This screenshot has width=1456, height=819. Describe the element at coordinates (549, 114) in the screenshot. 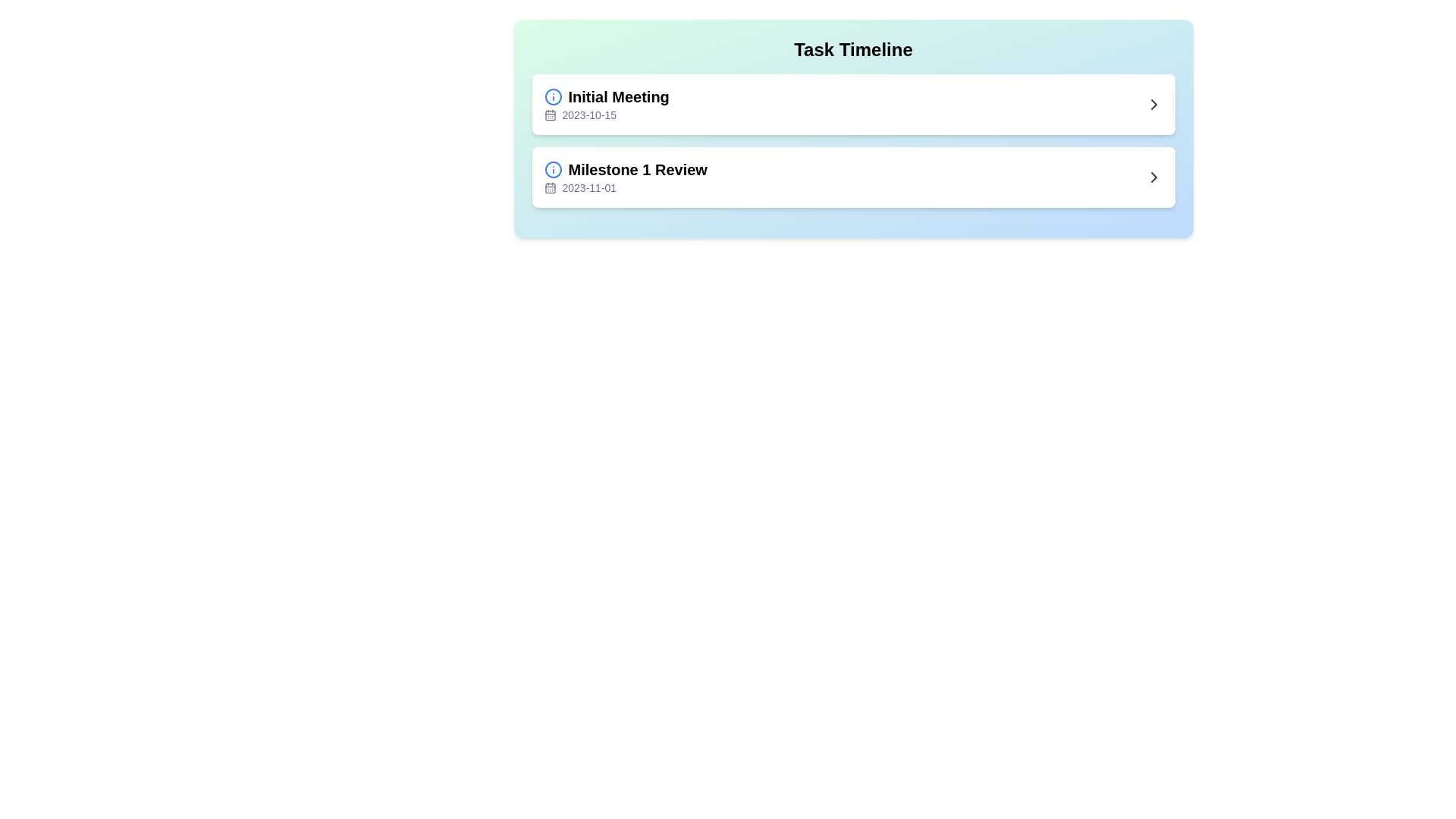

I see `the date calendar icon located to the left of the text '2023-10-15' in the first item of the task list titled 'Initial Meeting'` at that location.